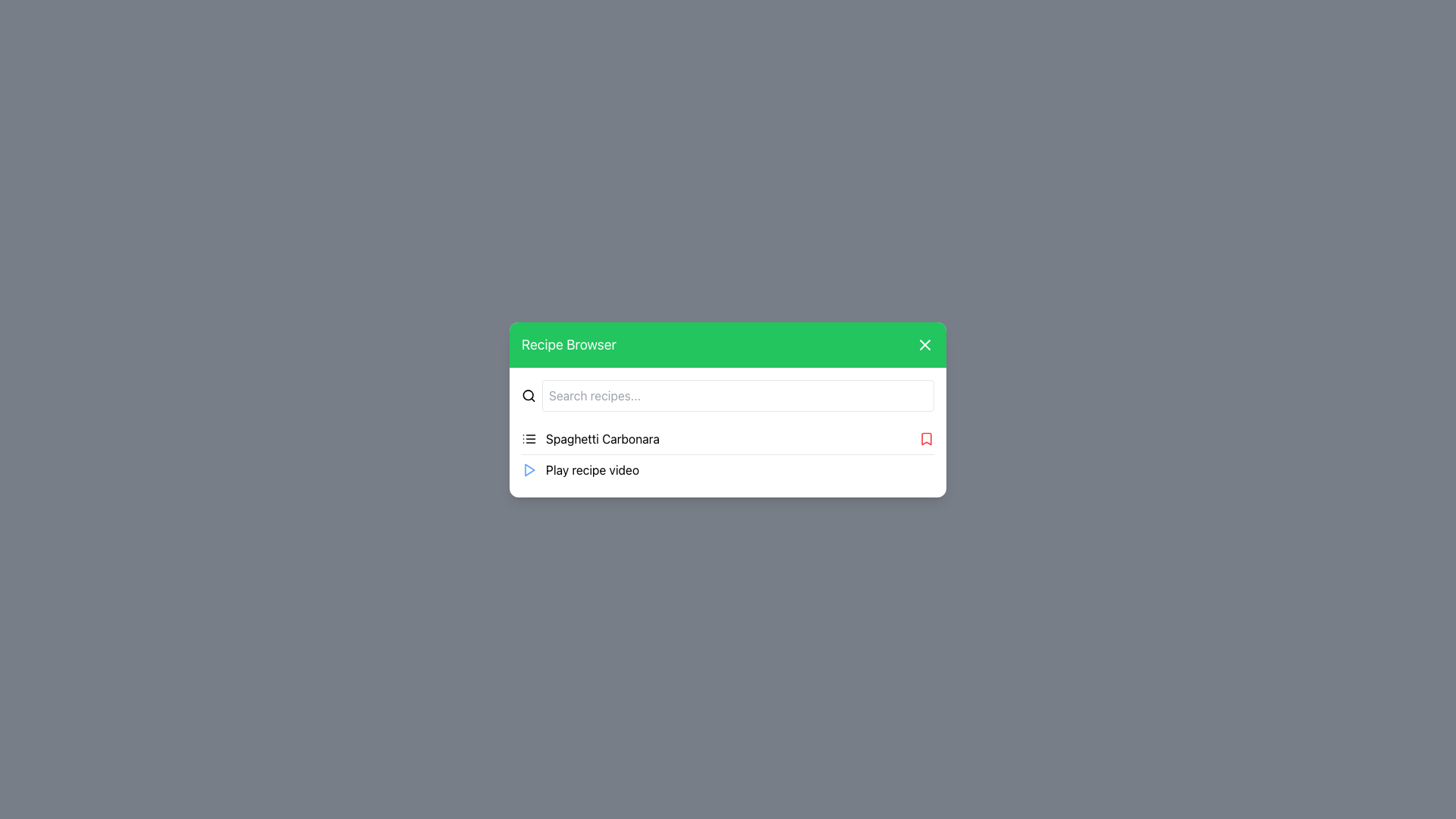  What do you see at coordinates (529, 469) in the screenshot?
I see `the play icon that visually represents a play action, located to the left of the text 'Play recipe video'` at bounding box center [529, 469].